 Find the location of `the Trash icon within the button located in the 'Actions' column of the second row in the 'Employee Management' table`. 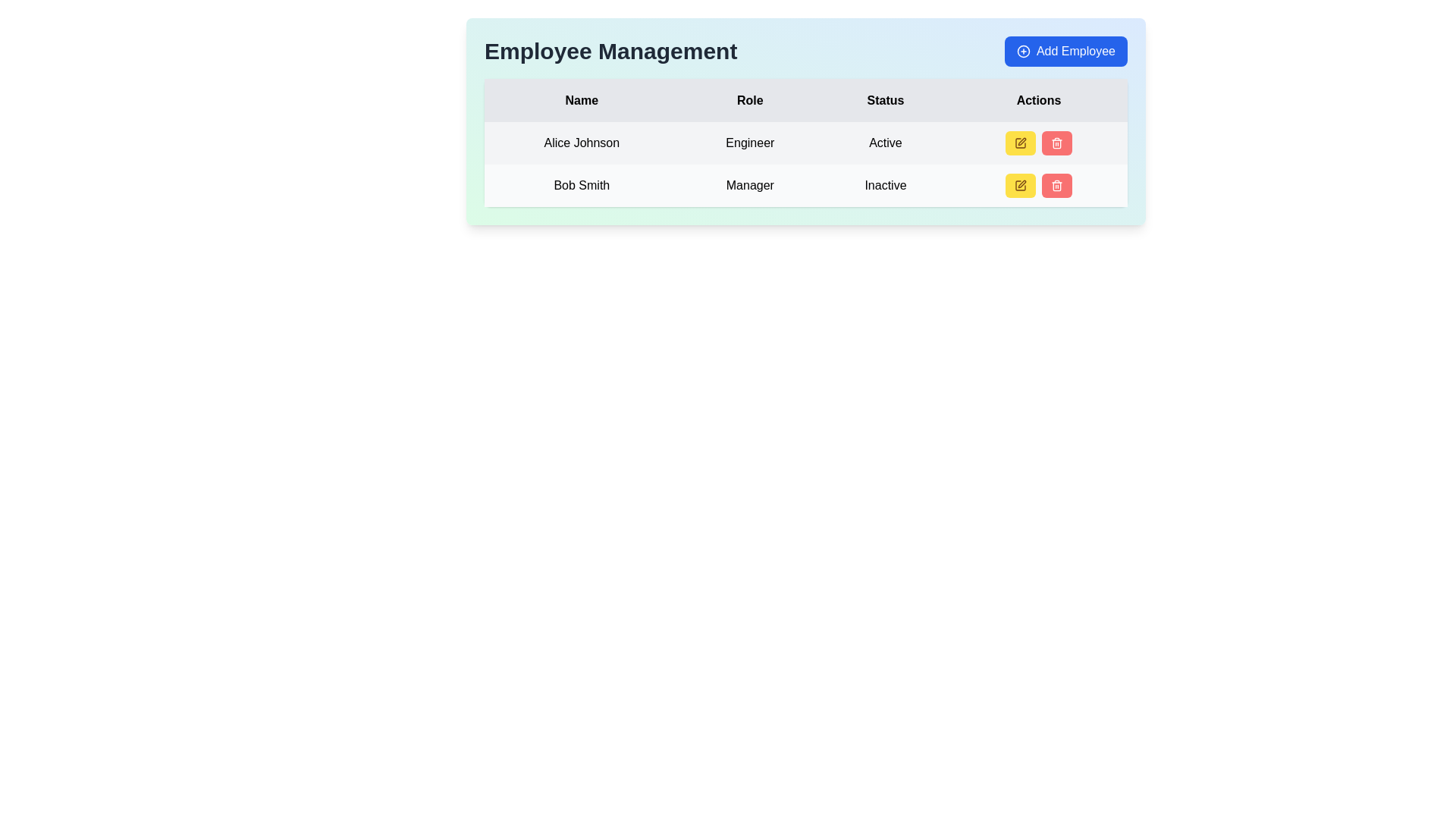

the Trash icon within the button located in the 'Actions' column of the second row in the 'Employee Management' table is located at coordinates (1056, 185).